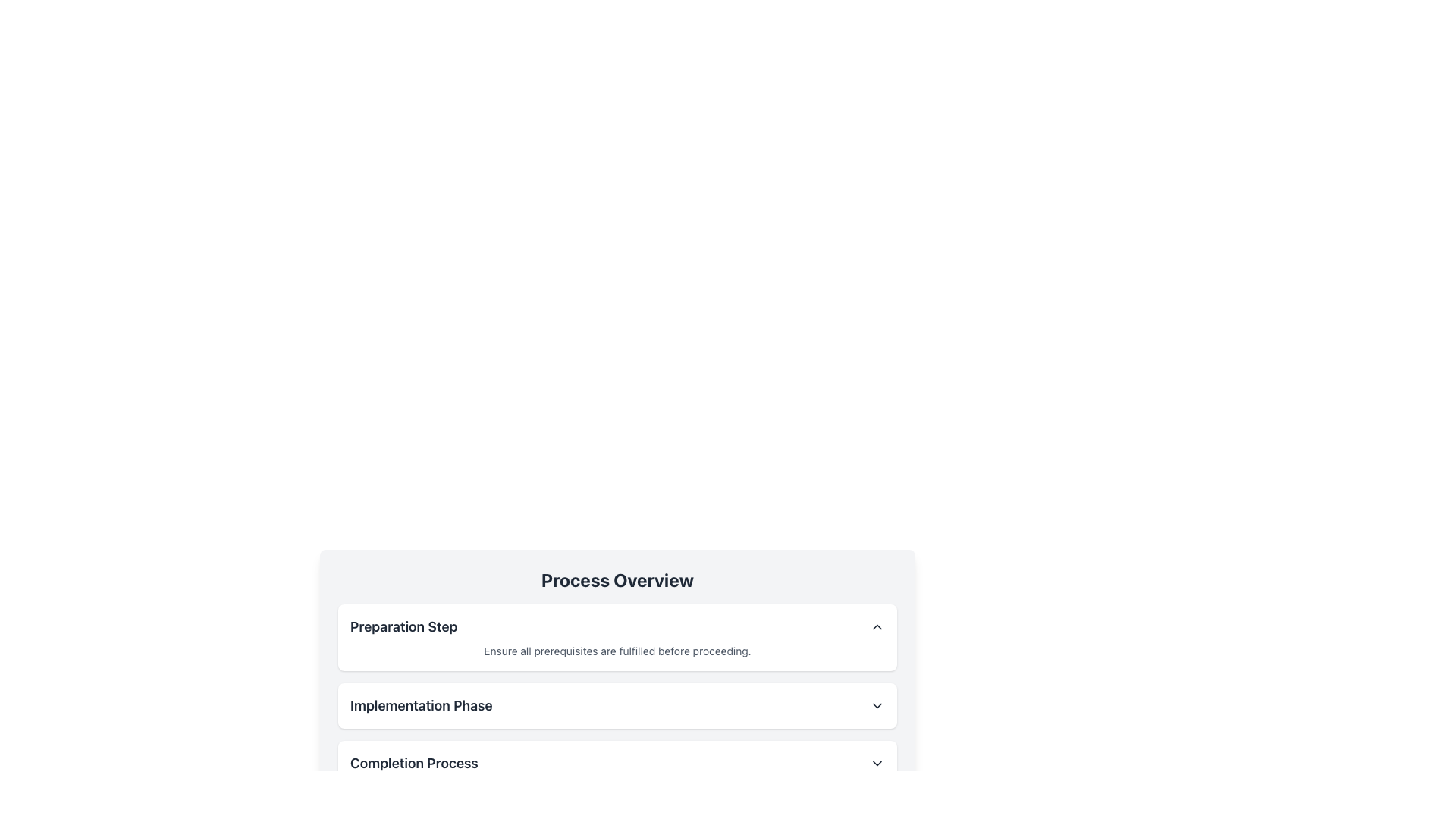 Image resolution: width=1456 pixels, height=819 pixels. I want to click on the indicator icon for the 'Implementation Phase' section to trigger hover effects, so click(877, 705).